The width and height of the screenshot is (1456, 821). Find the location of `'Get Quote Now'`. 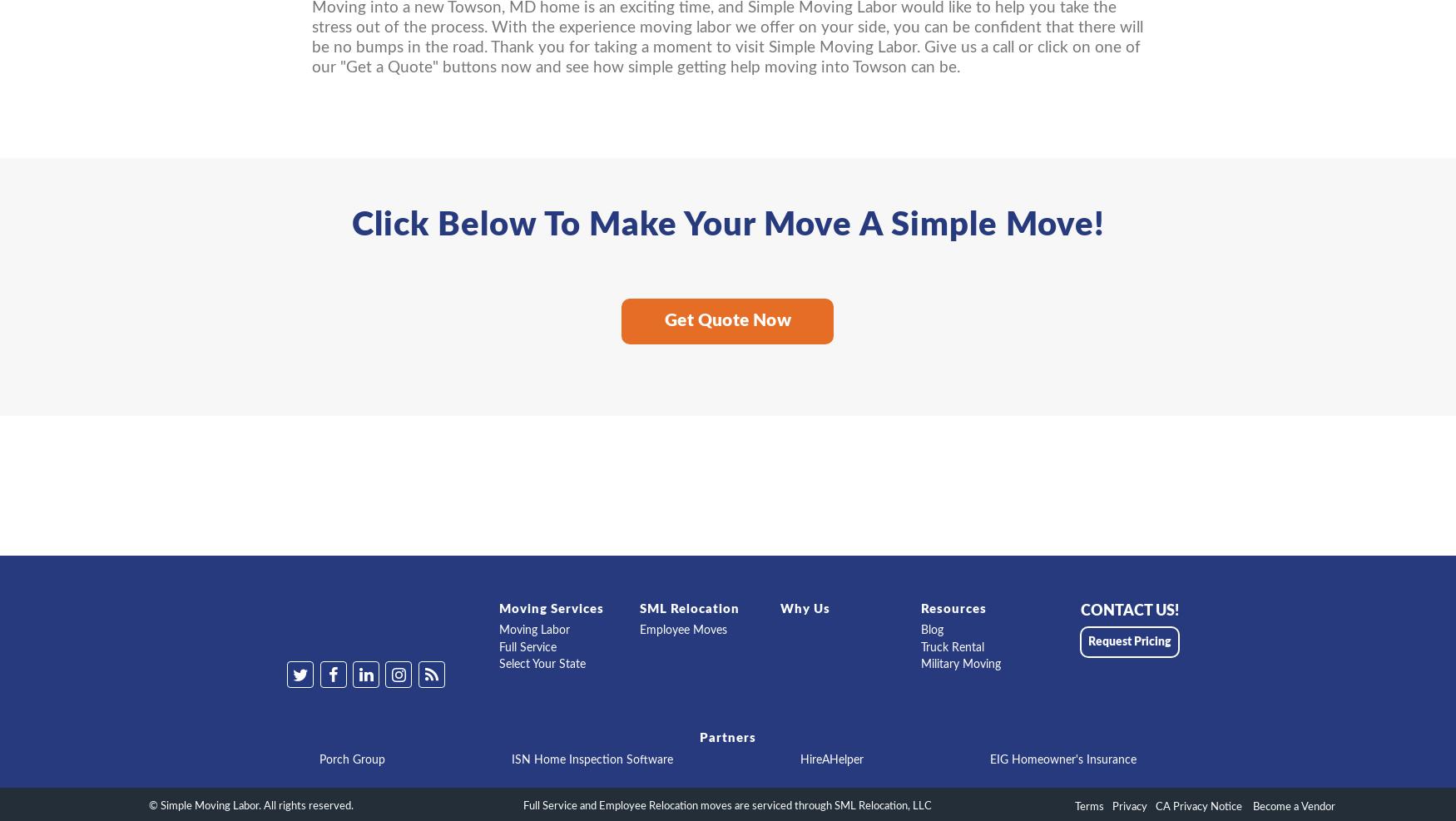

'Get Quote Now' is located at coordinates (727, 320).